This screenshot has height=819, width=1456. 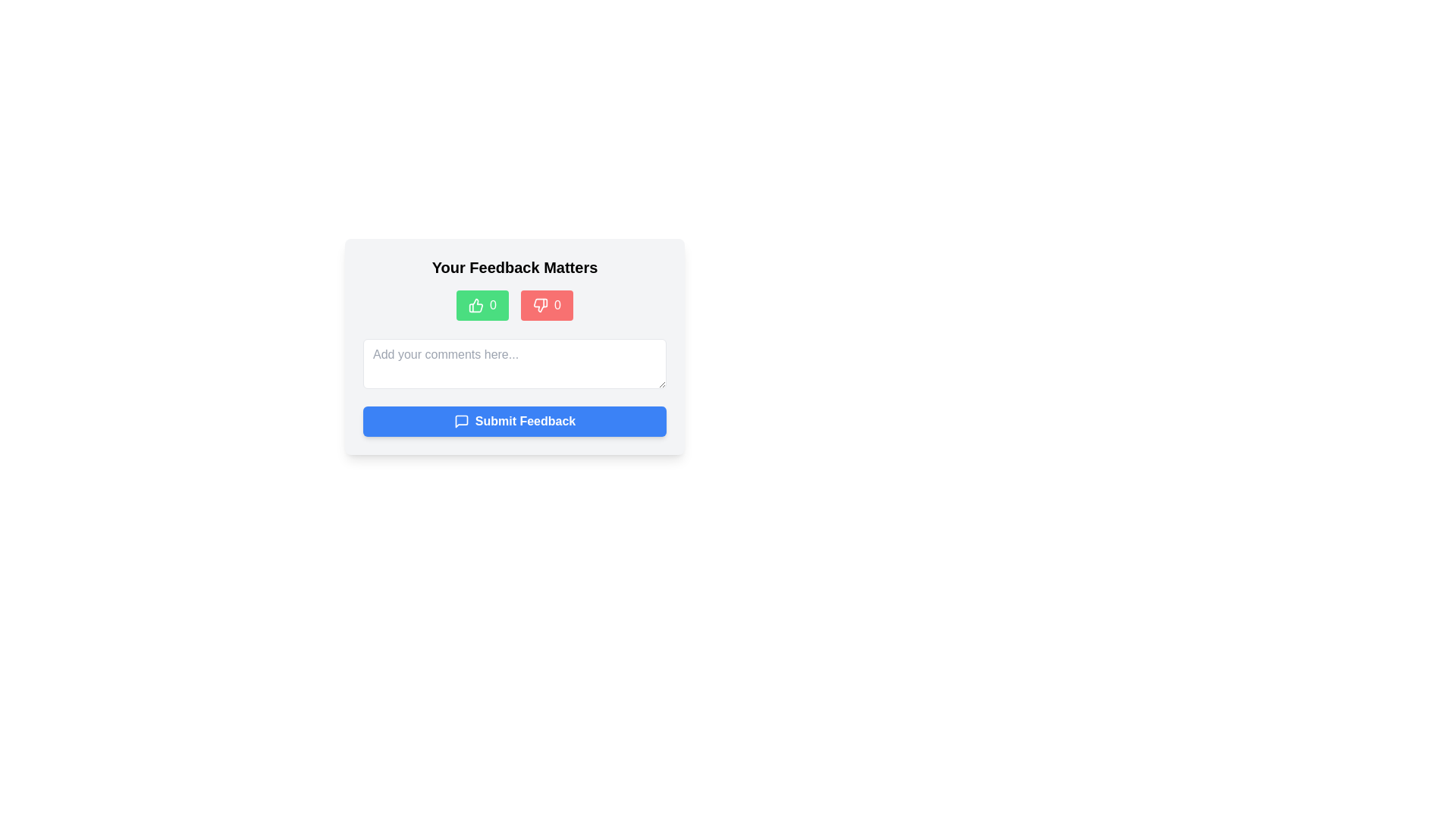 I want to click on the negative feedback icon located to the right of the thumbs-up icon in the feedback panel, so click(x=541, y=305).